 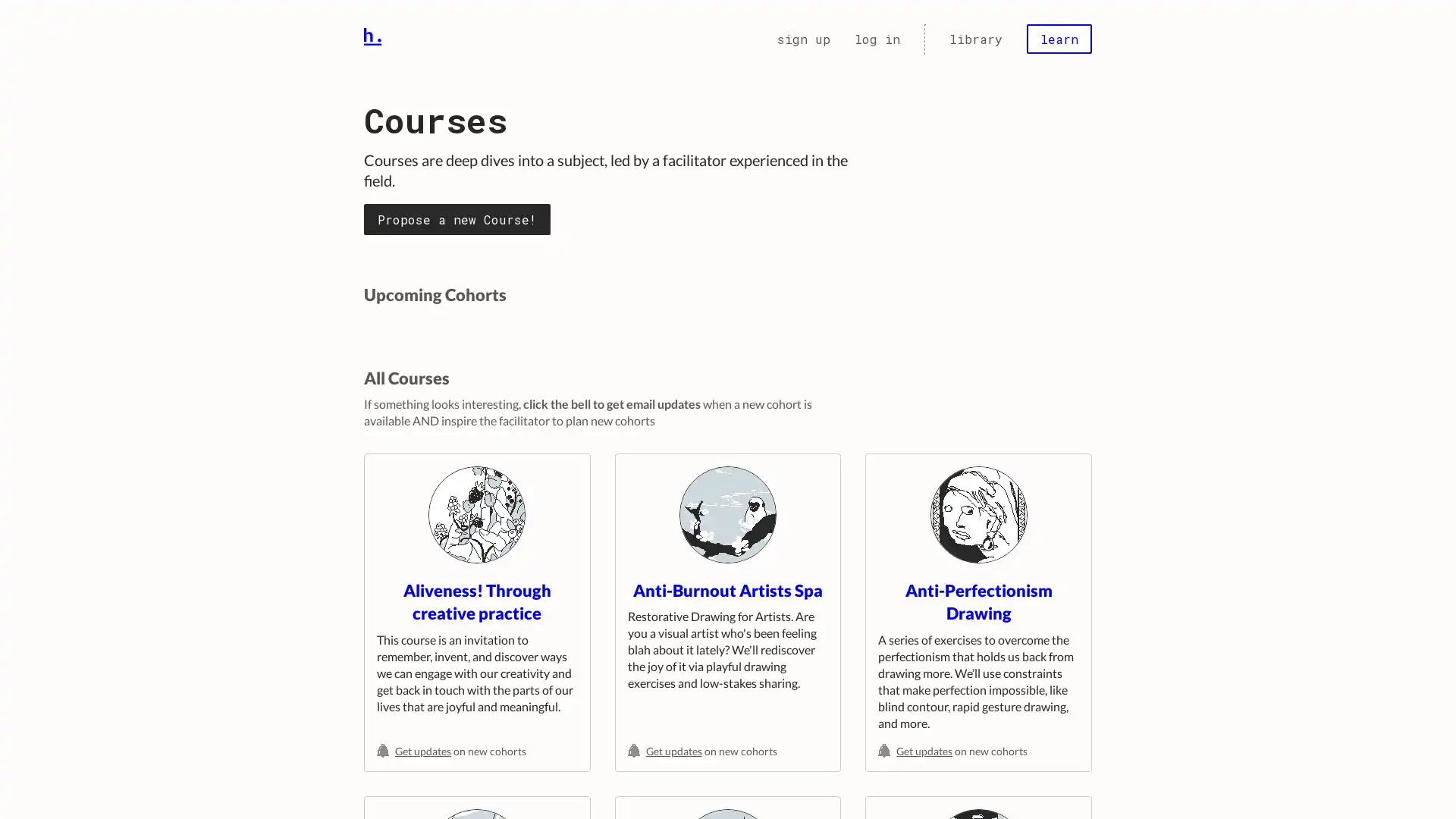 What do you see at coordinates (1058, 38) in the screenshot?
I see `learn` at bounding box center [1058, 38].